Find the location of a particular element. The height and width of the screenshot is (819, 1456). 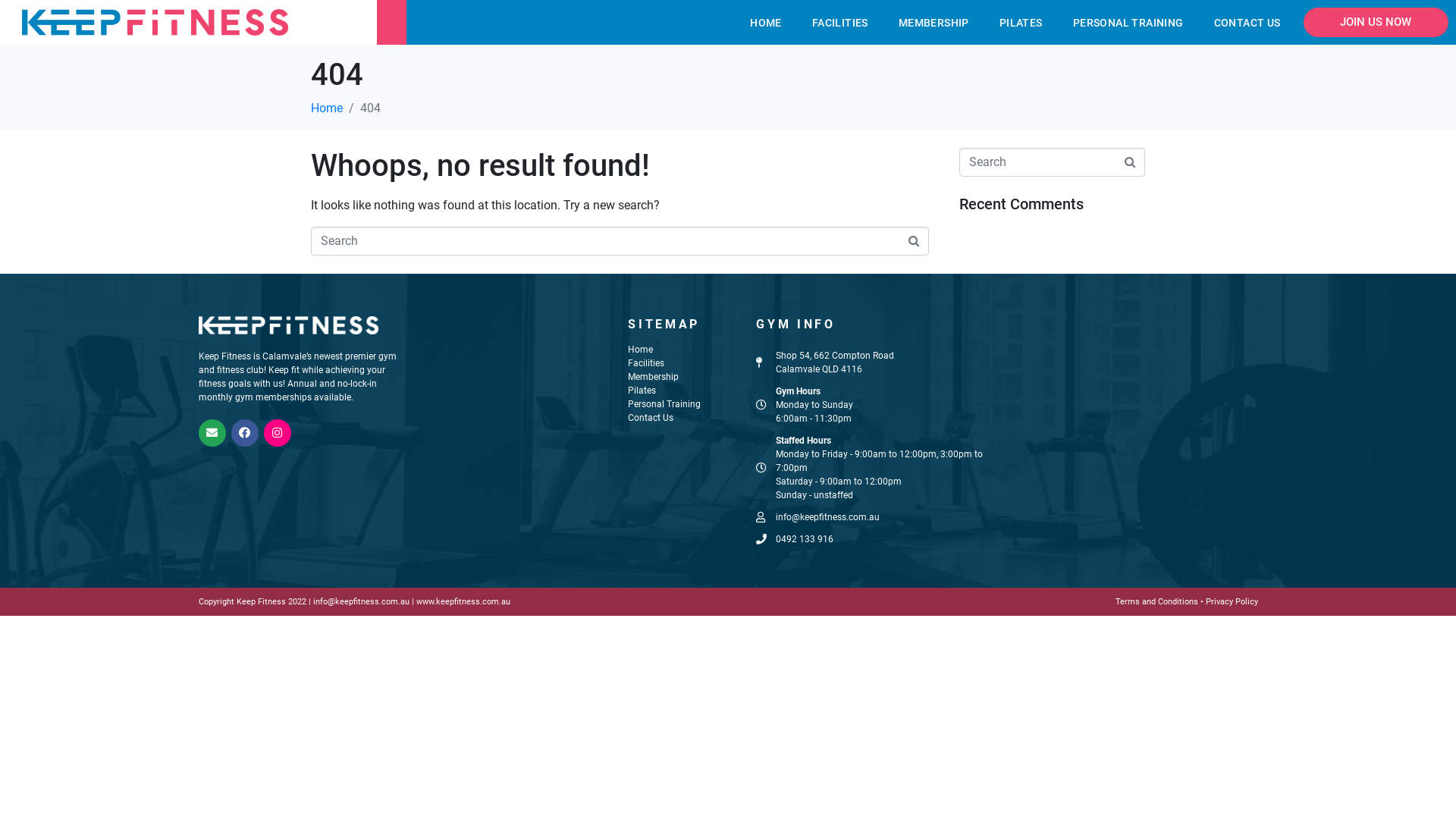

'HOME' is located at coordinates (765, 23).